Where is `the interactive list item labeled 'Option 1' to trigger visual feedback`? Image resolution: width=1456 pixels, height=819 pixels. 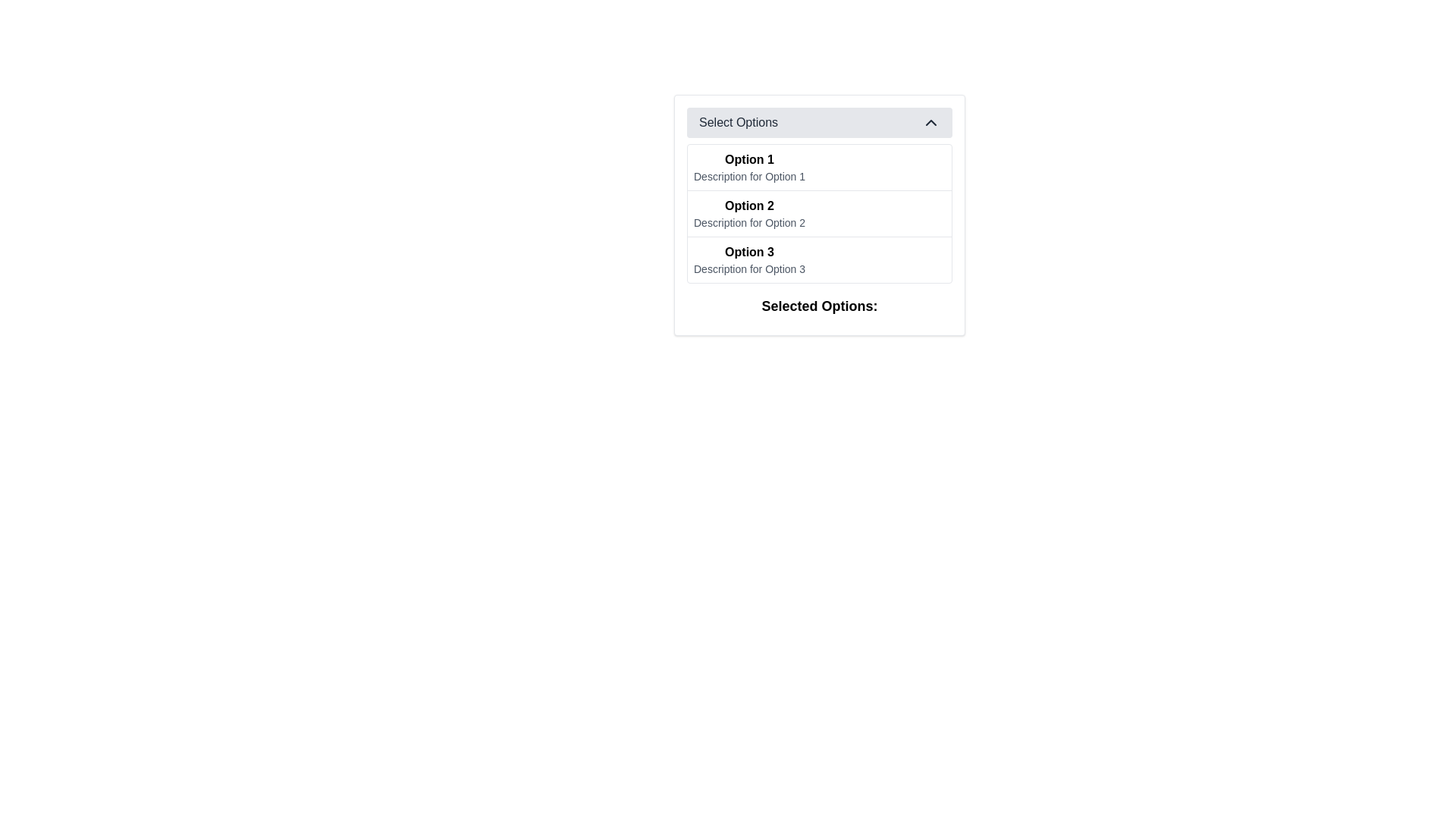 the interactive list item labeled 'Option 1' to trigger visual feedback is located at coordinates (818, 167).